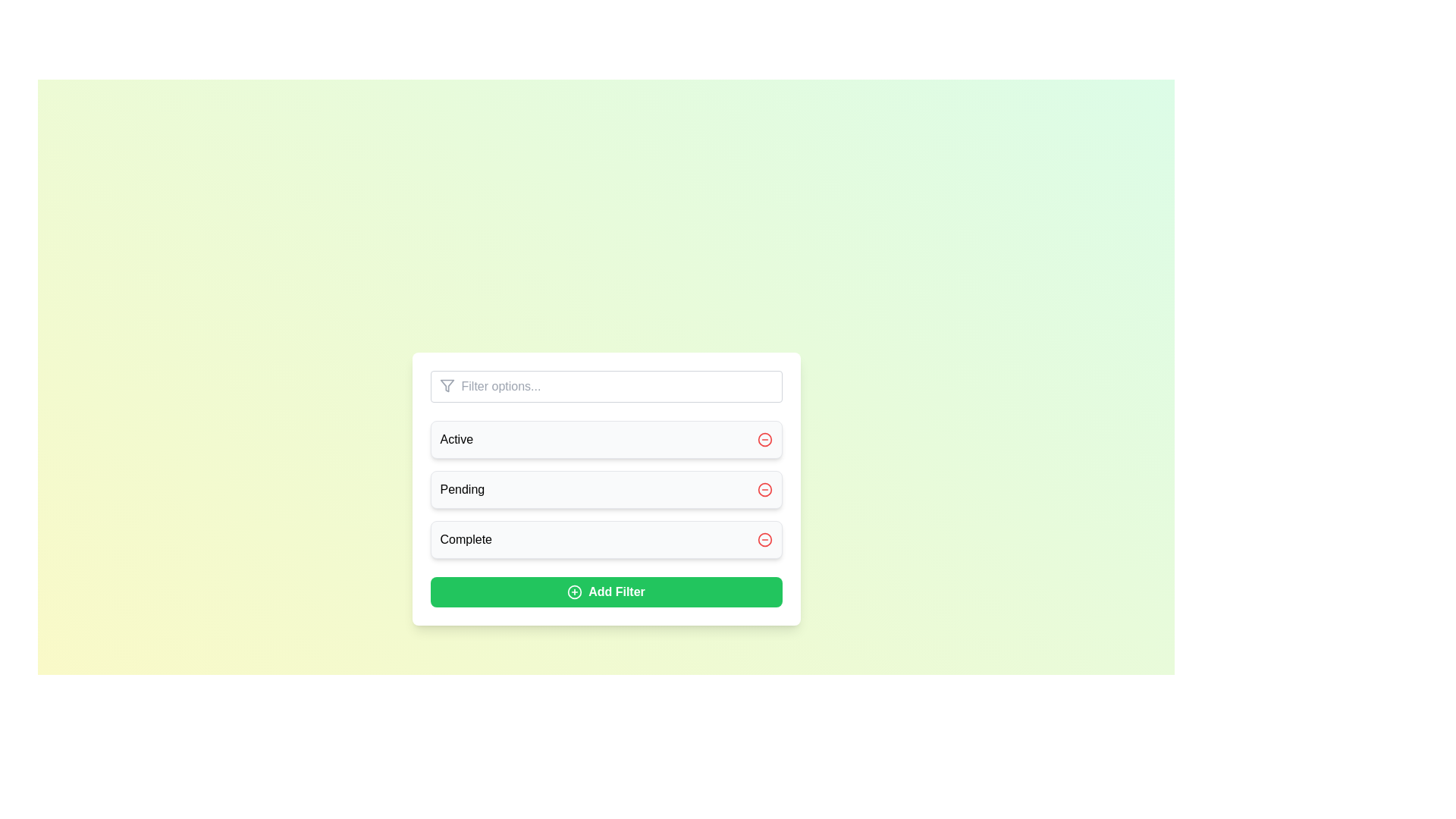 The width and height of the screenshot is (1456, 819). I want to click on the graphical icon for the 'Complete' filter located at the far-right side of its row, so click(764, 539).